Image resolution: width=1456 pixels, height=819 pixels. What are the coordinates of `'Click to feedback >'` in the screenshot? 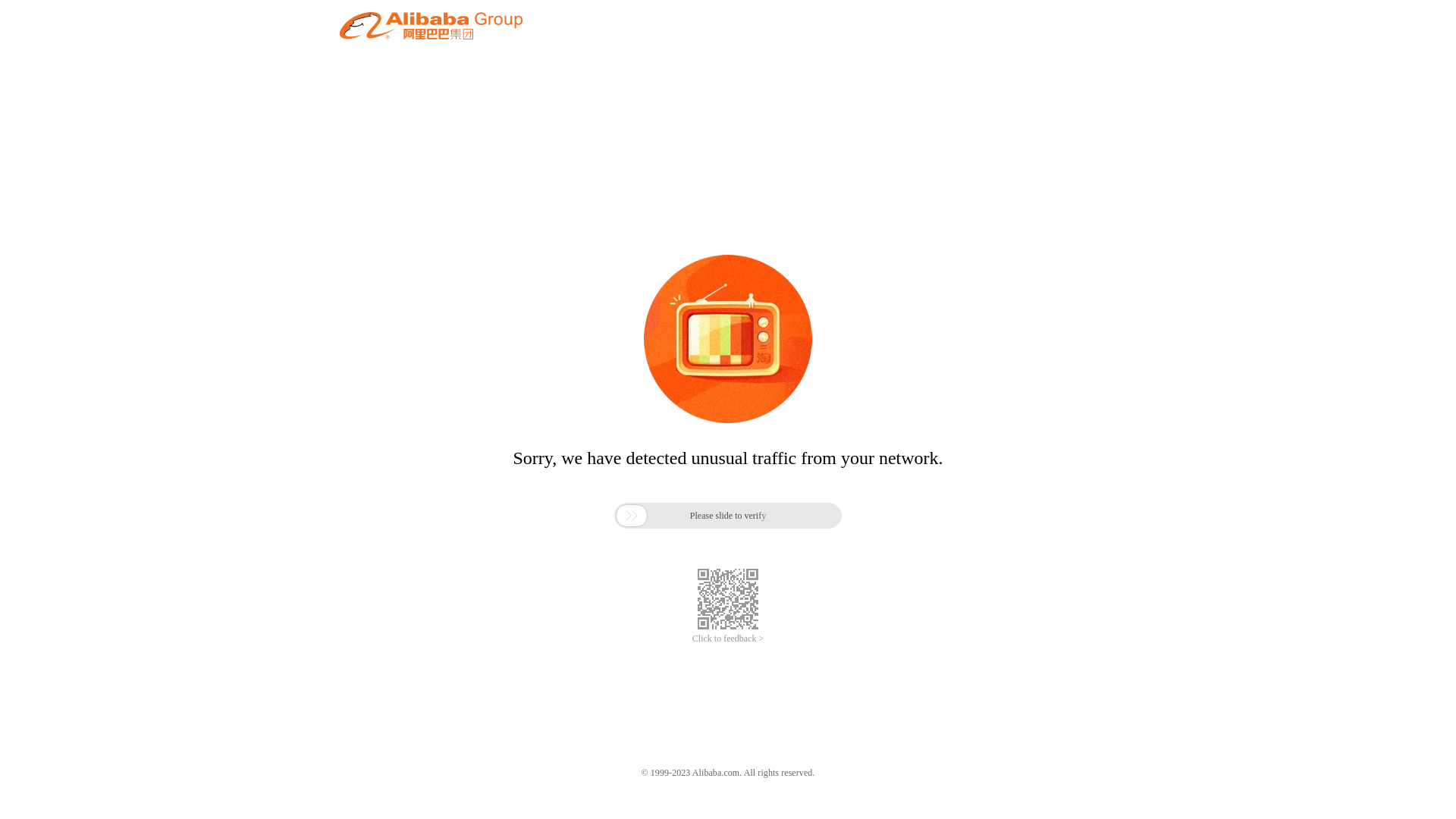 It's located at (728, 639).